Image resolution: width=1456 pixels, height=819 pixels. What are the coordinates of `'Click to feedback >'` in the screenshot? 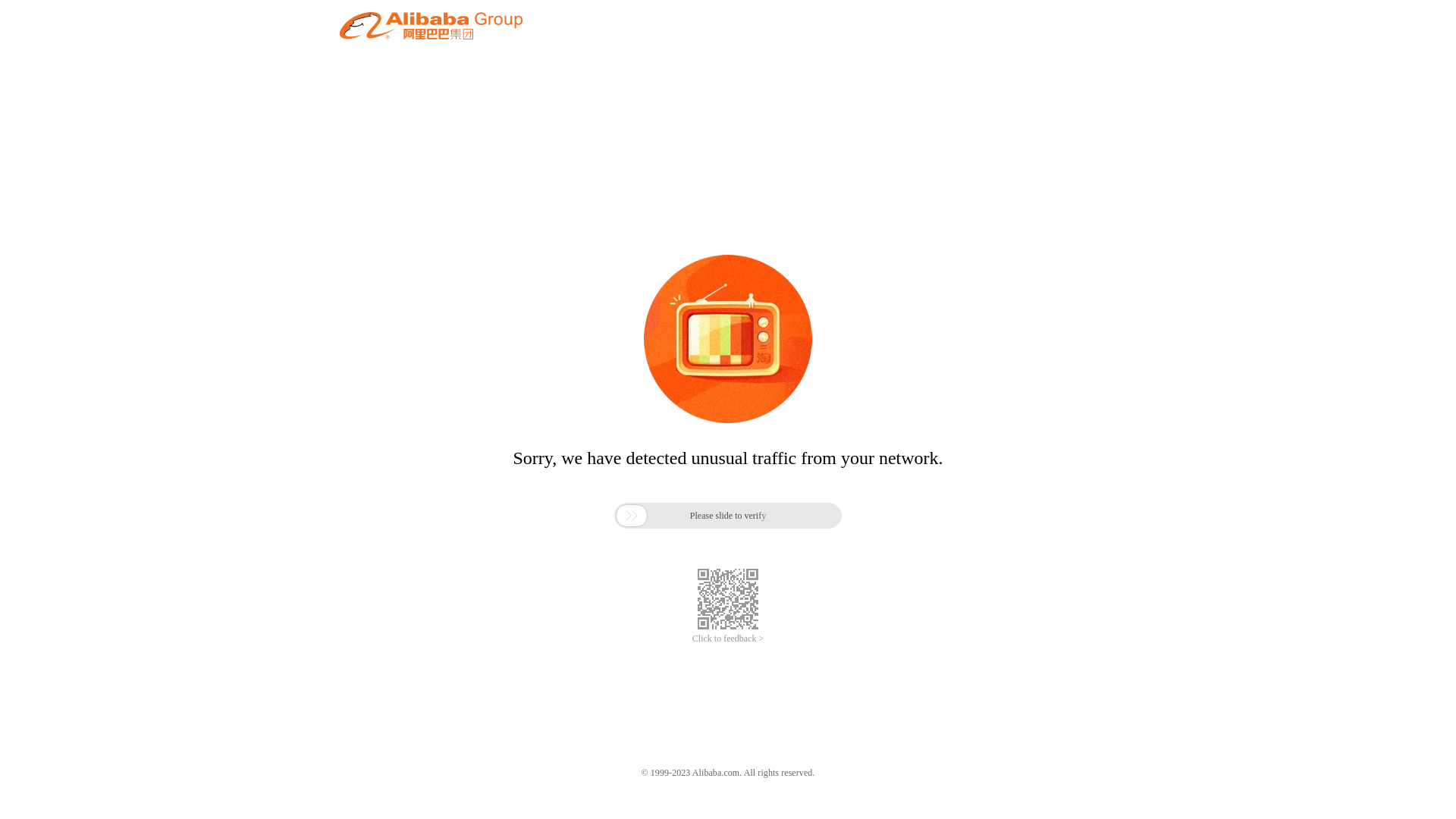 It's located at (728, 639).